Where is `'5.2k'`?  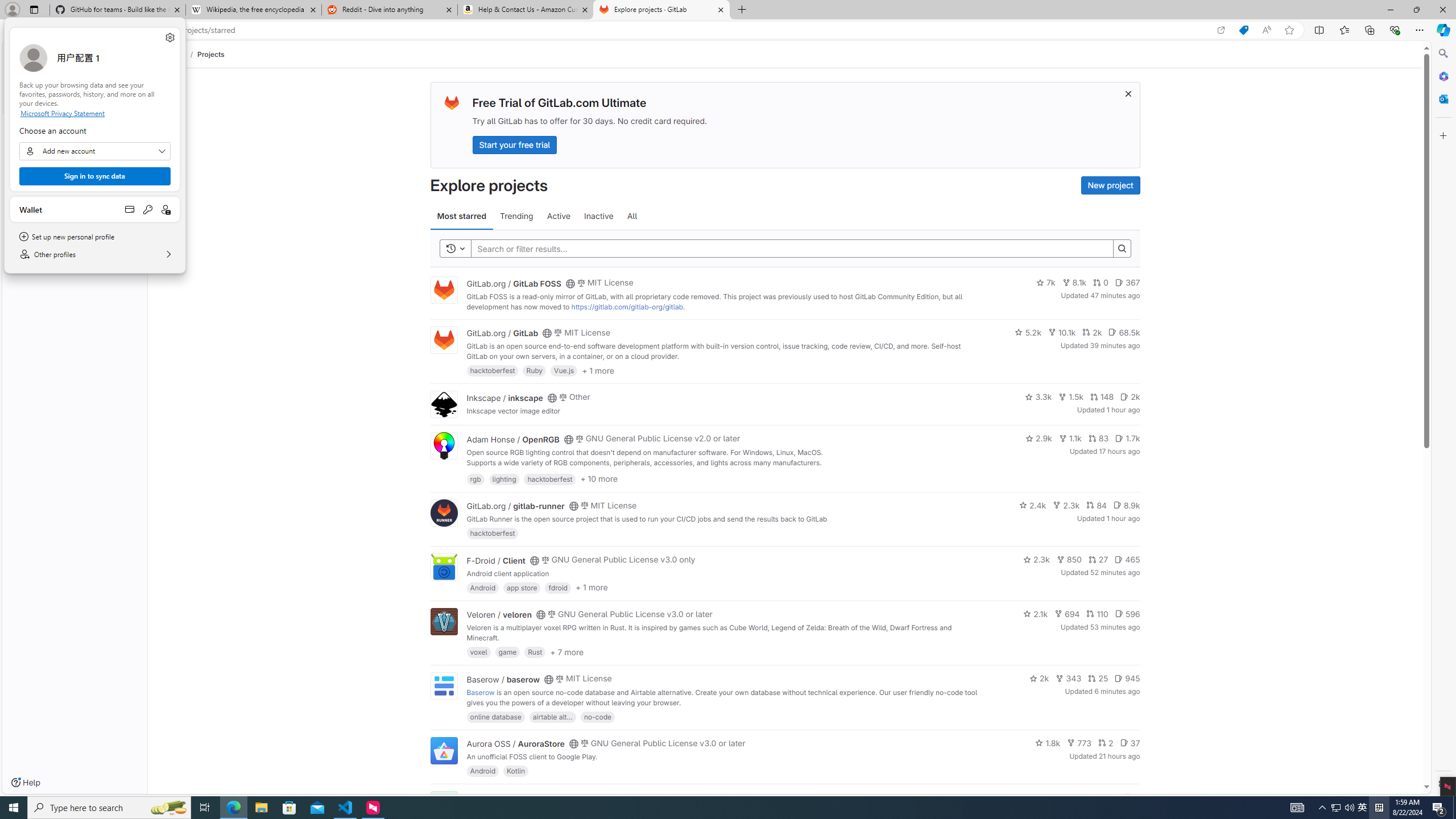
'5.2k' is located at coordinates (1027, 331).